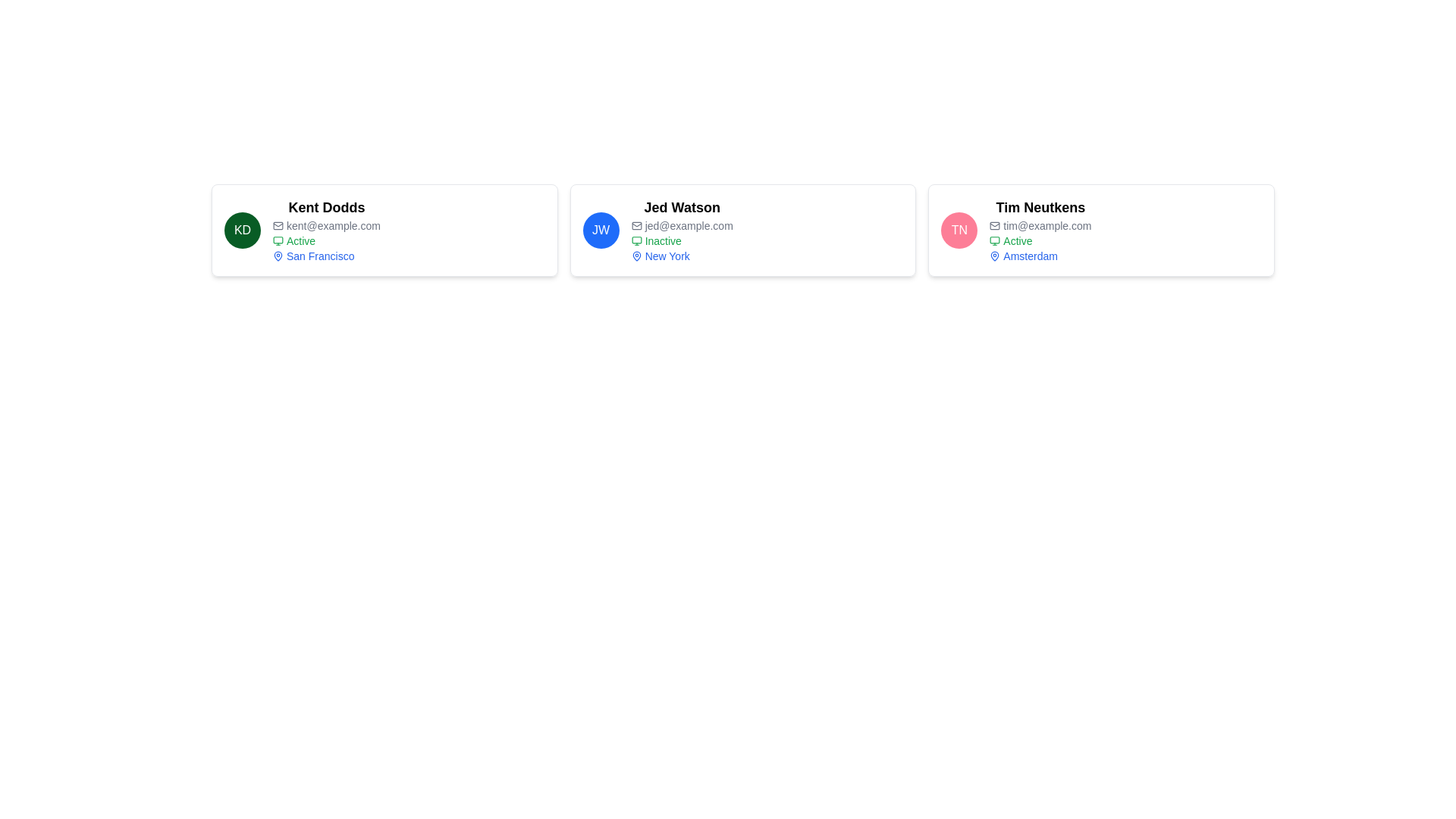 This screenshot has width=1456, height=819. Describe the element at coordinates (243, 231) in the screenshot. I see `the user avatar icon represented by initials, located at the top-left corner of the card for Kent Dodds` at that location.